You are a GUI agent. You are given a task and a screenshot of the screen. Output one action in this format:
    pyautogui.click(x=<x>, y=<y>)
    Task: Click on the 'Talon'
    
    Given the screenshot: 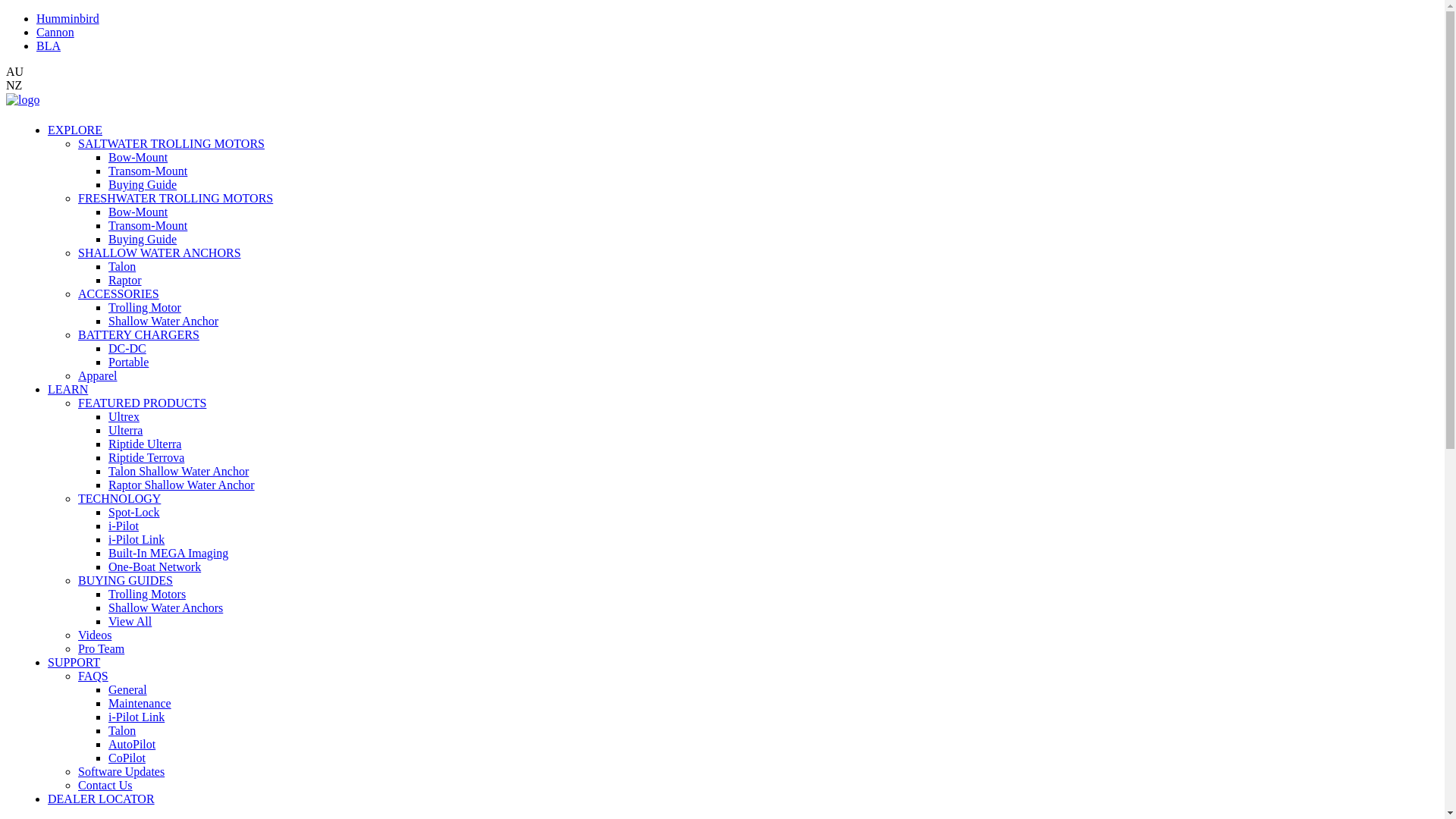 What is the action you would take?
    pyautogui.click(x=122, y=730)
    